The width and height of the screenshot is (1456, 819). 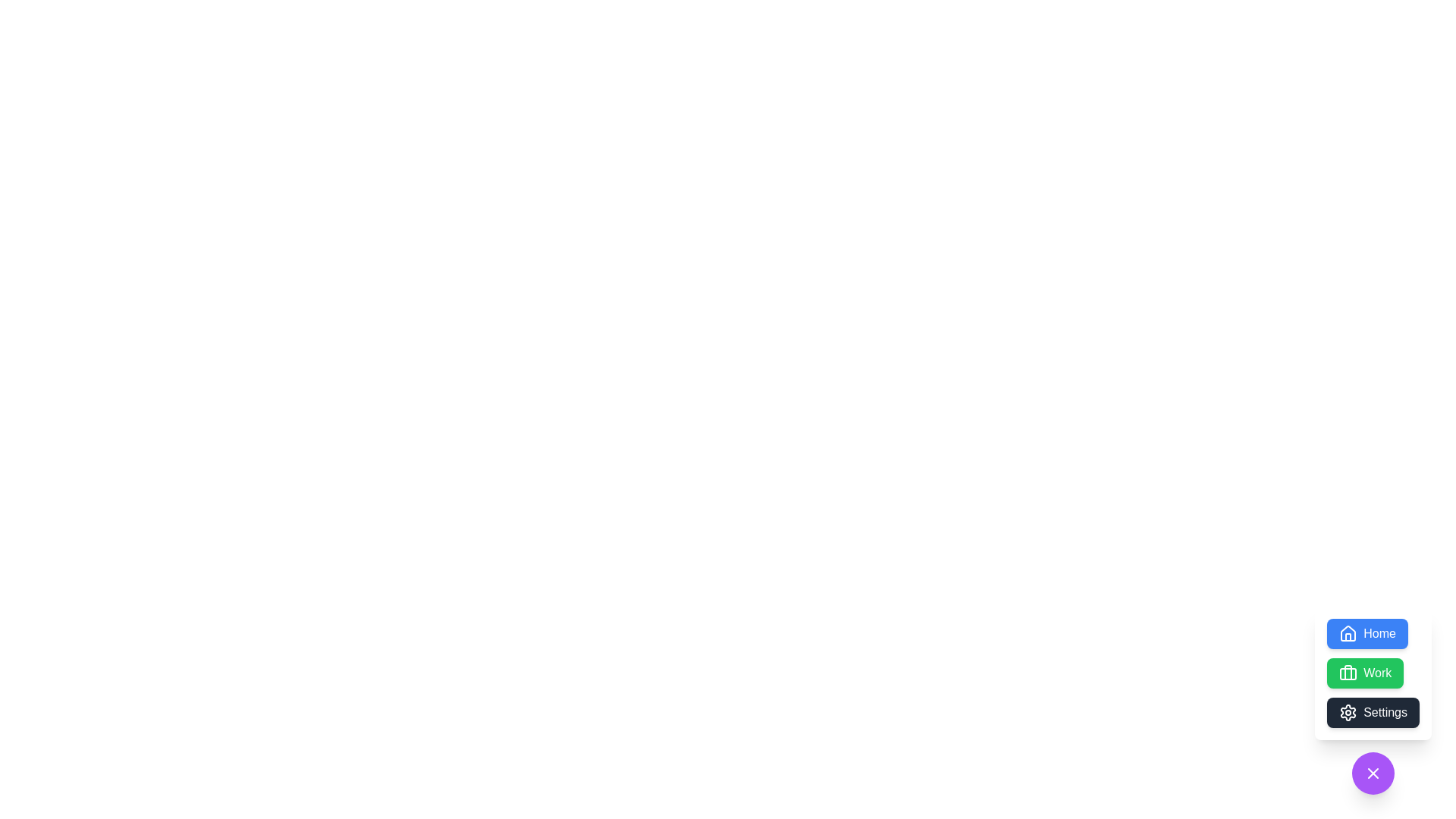 I want to click on the central roof section of the house icon within the 'Home' button, so click(x=1348, y=633).